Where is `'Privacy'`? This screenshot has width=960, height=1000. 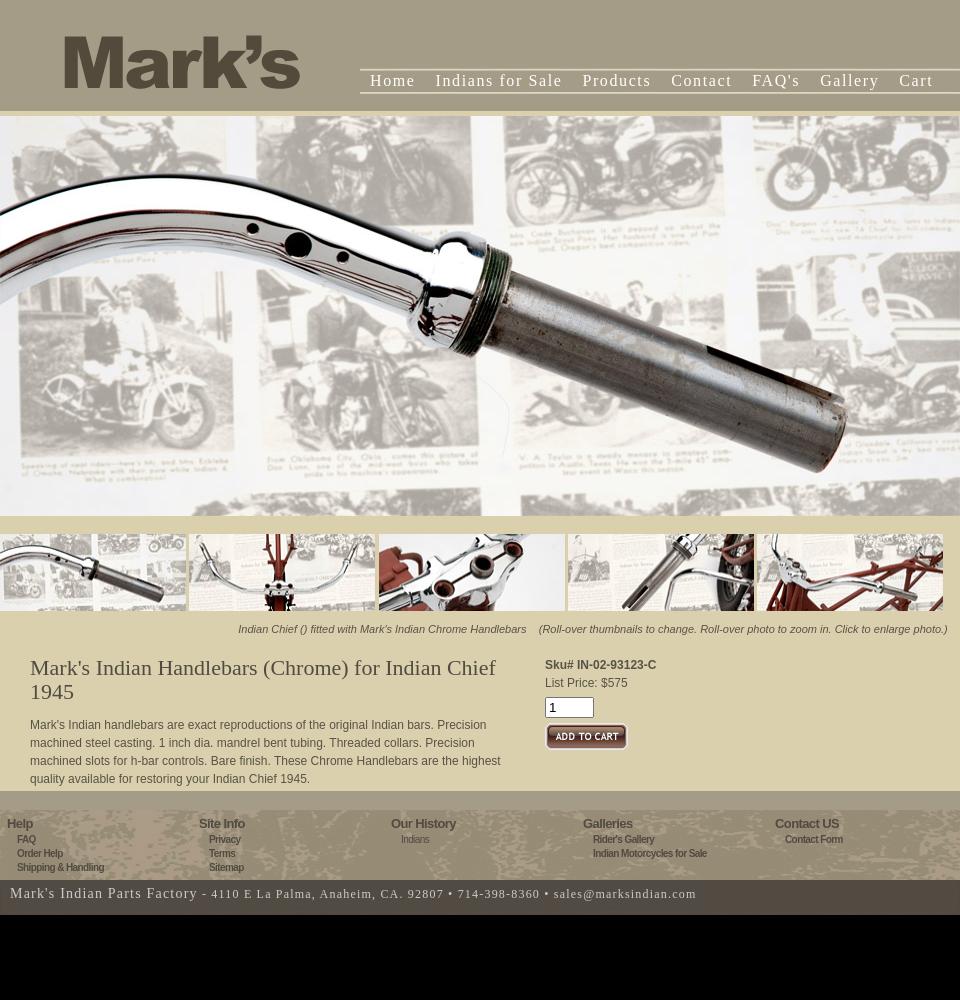 'Privacy' is located at coordinates (224, 838).